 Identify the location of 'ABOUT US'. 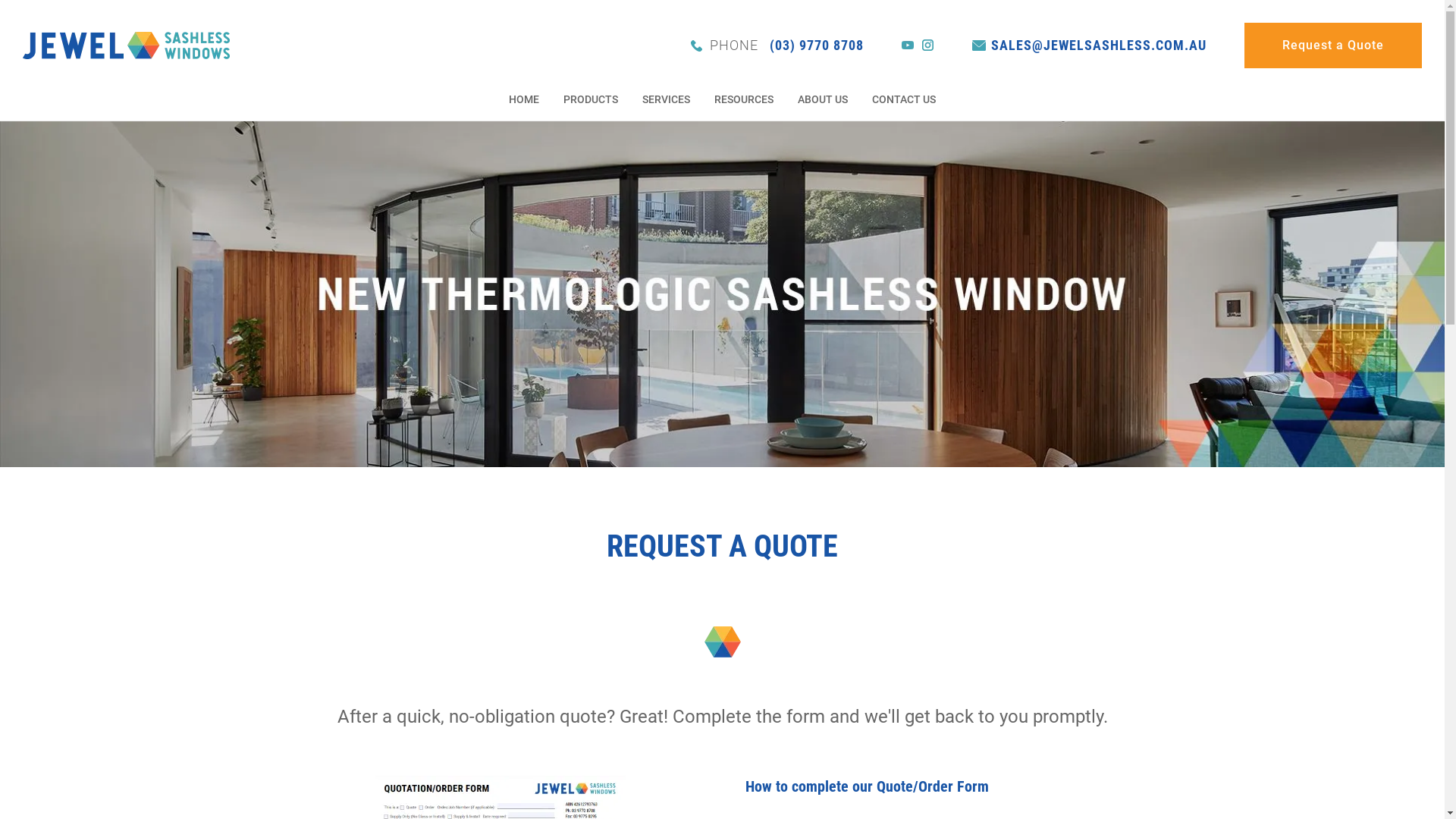
(821, 100).